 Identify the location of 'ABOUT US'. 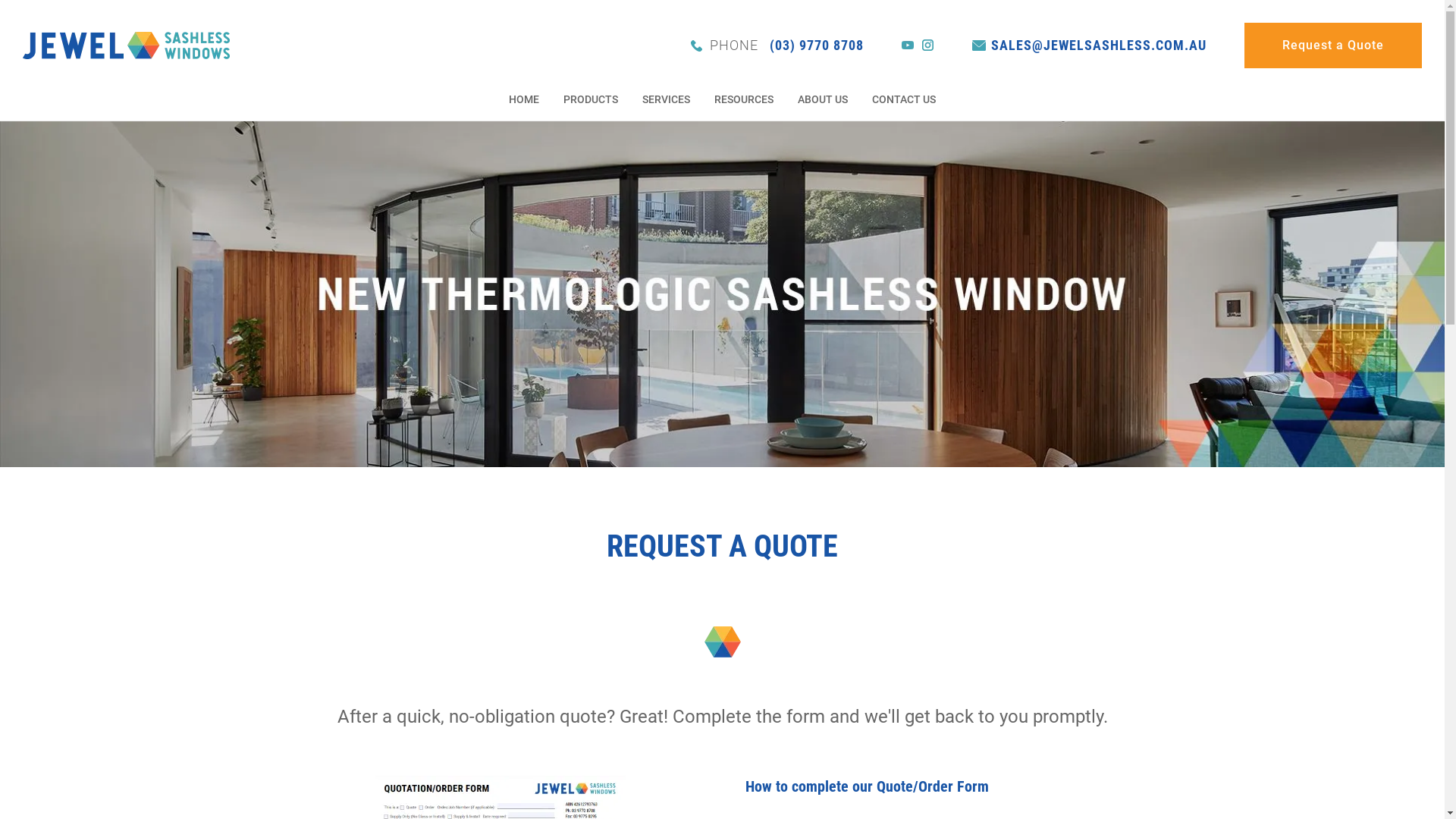
(821, 100).